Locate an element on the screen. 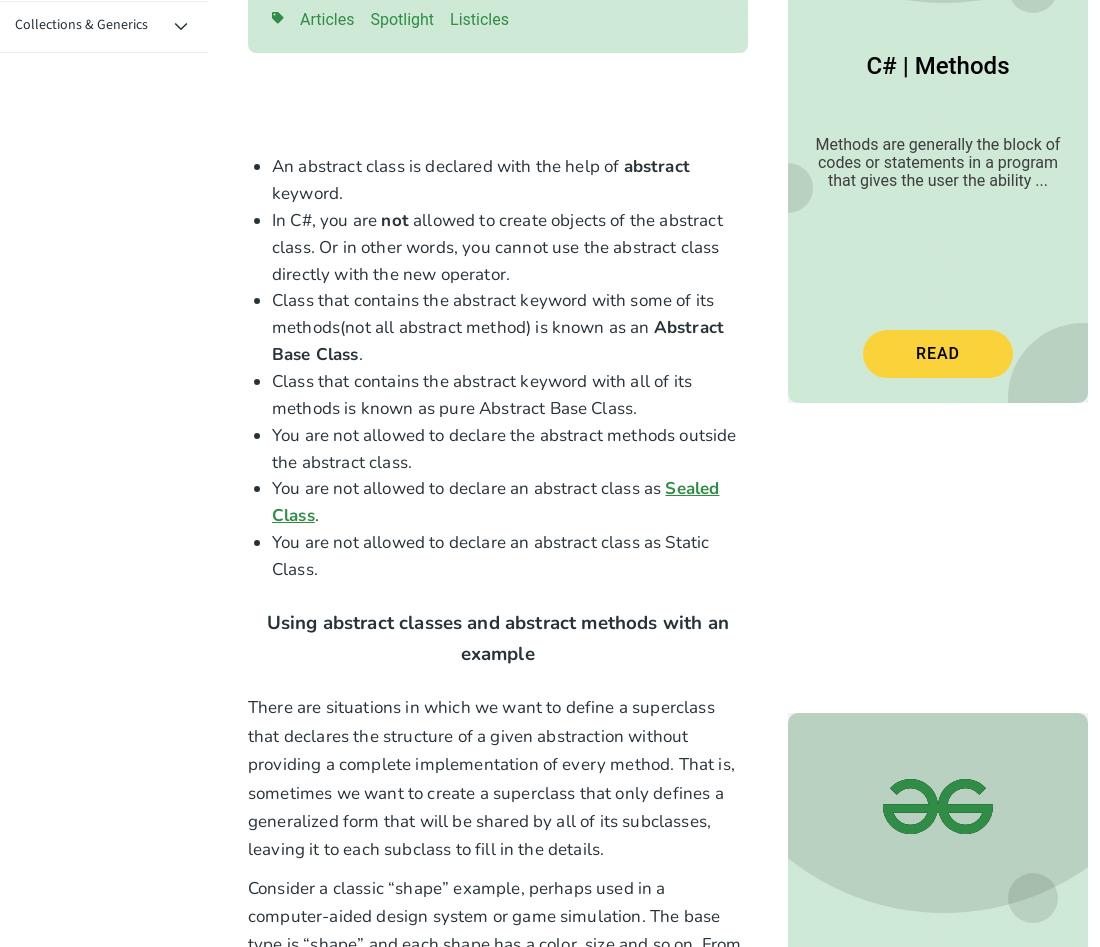 The width and height of the screenshot is (1100, 947). 'keyword.' is located at coordinates (306, 192).